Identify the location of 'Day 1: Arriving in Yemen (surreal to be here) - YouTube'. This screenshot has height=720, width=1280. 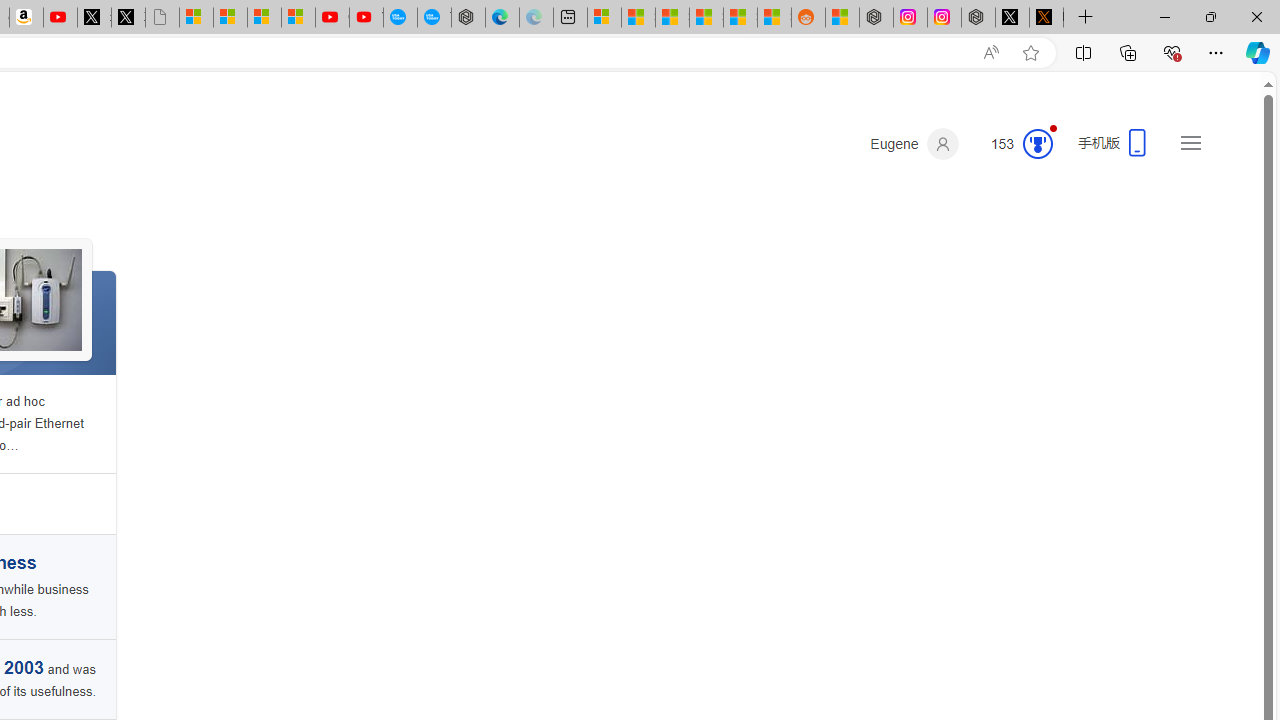
(60, 17).